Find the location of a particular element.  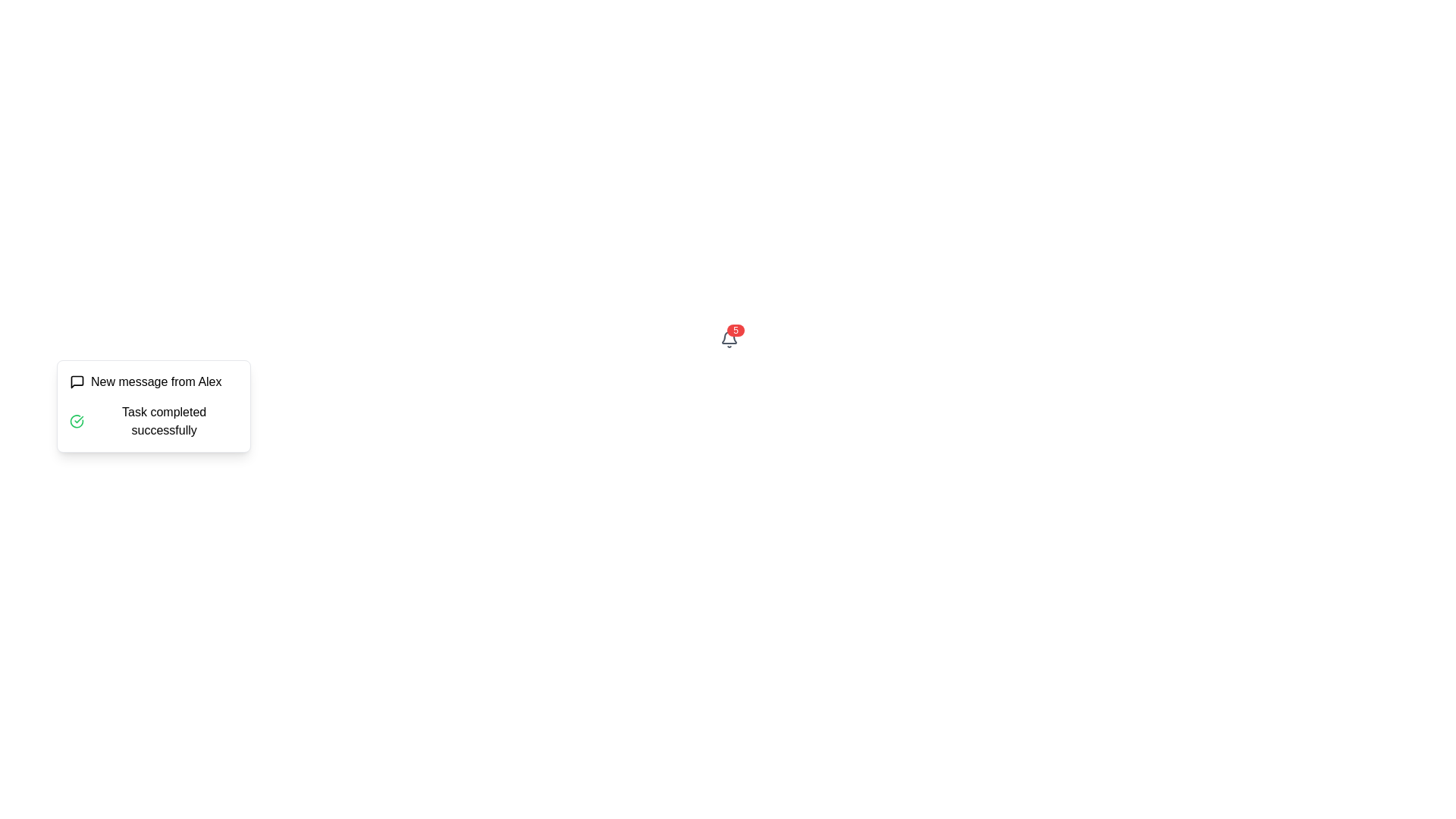

the message bubble icon located in the top-left corner of the group containing the text 'New message from Alex' is located at coordinates (76, 381).